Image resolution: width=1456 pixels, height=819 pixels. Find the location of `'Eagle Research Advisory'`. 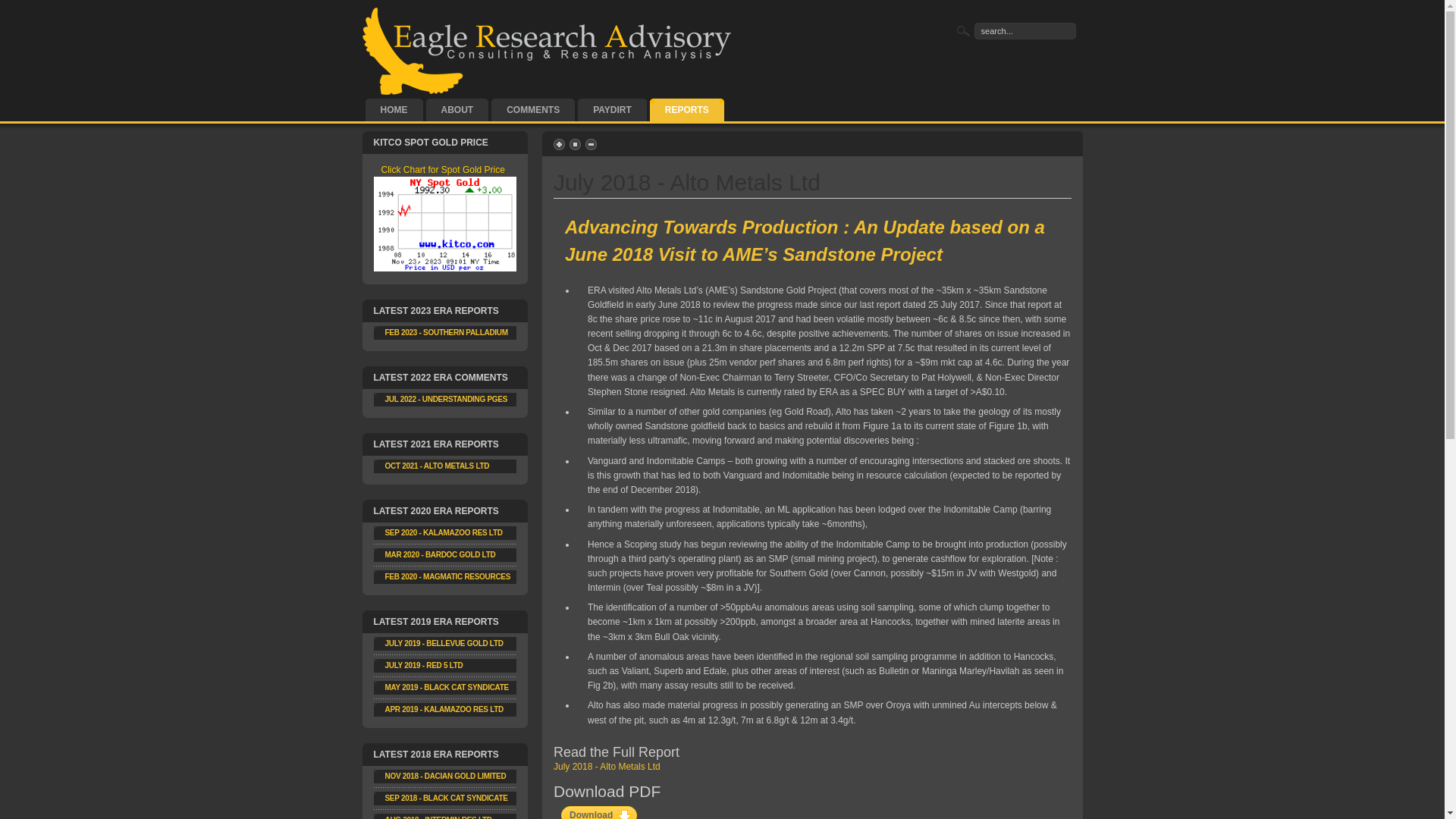

'Eagle Research Advisory' is located at coordinates (548, 51).